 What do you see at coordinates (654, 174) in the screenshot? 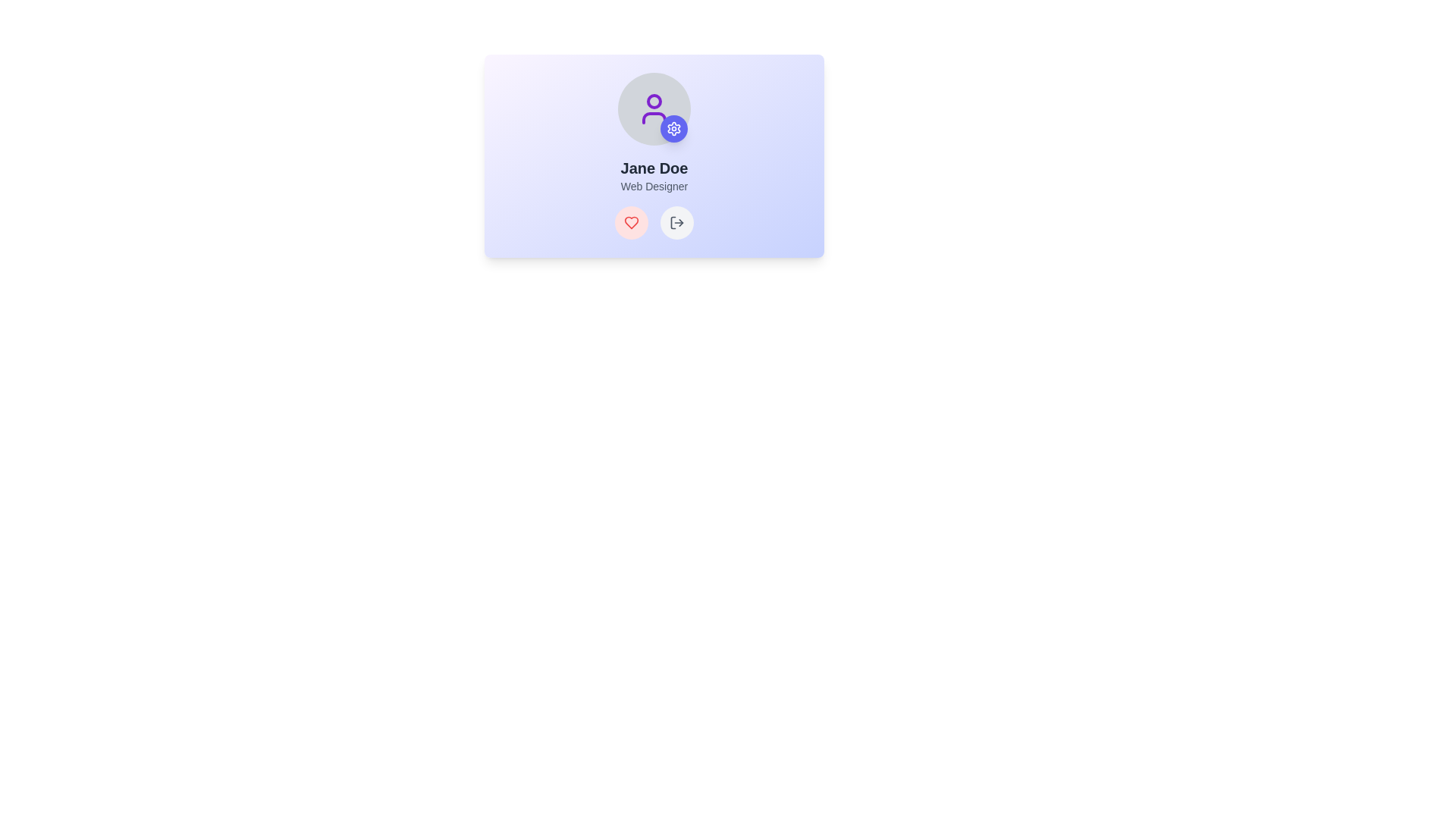
I see `centered header text displayed in the Text Display element, which is located below a circular icon and above a row of interactive buttons` at bounding box center [654, 174].